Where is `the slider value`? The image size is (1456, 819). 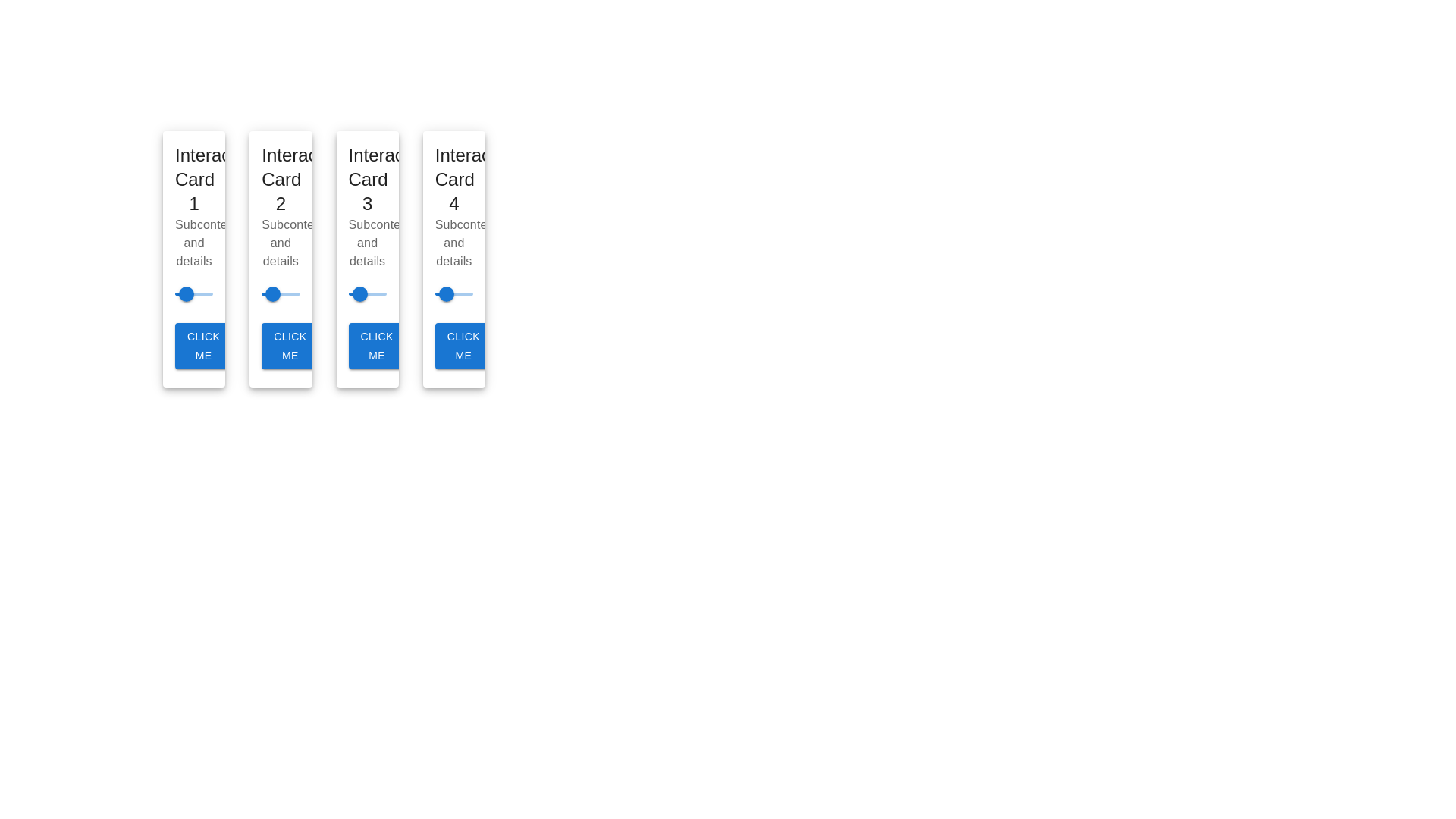
the slider value is located at coordinates (186, 294).